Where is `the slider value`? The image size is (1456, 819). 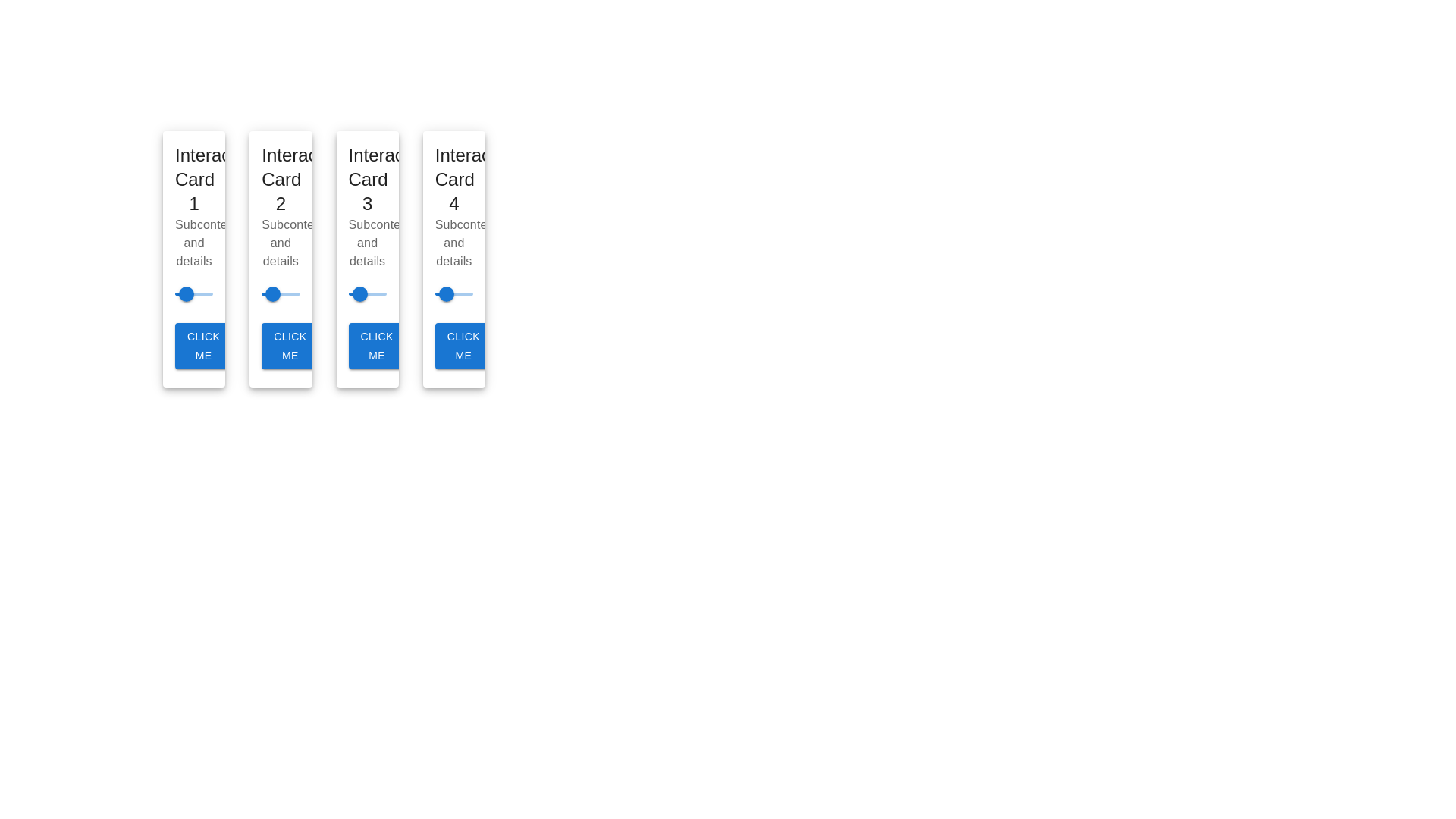
the slider value is located at coordinates (186, 294).